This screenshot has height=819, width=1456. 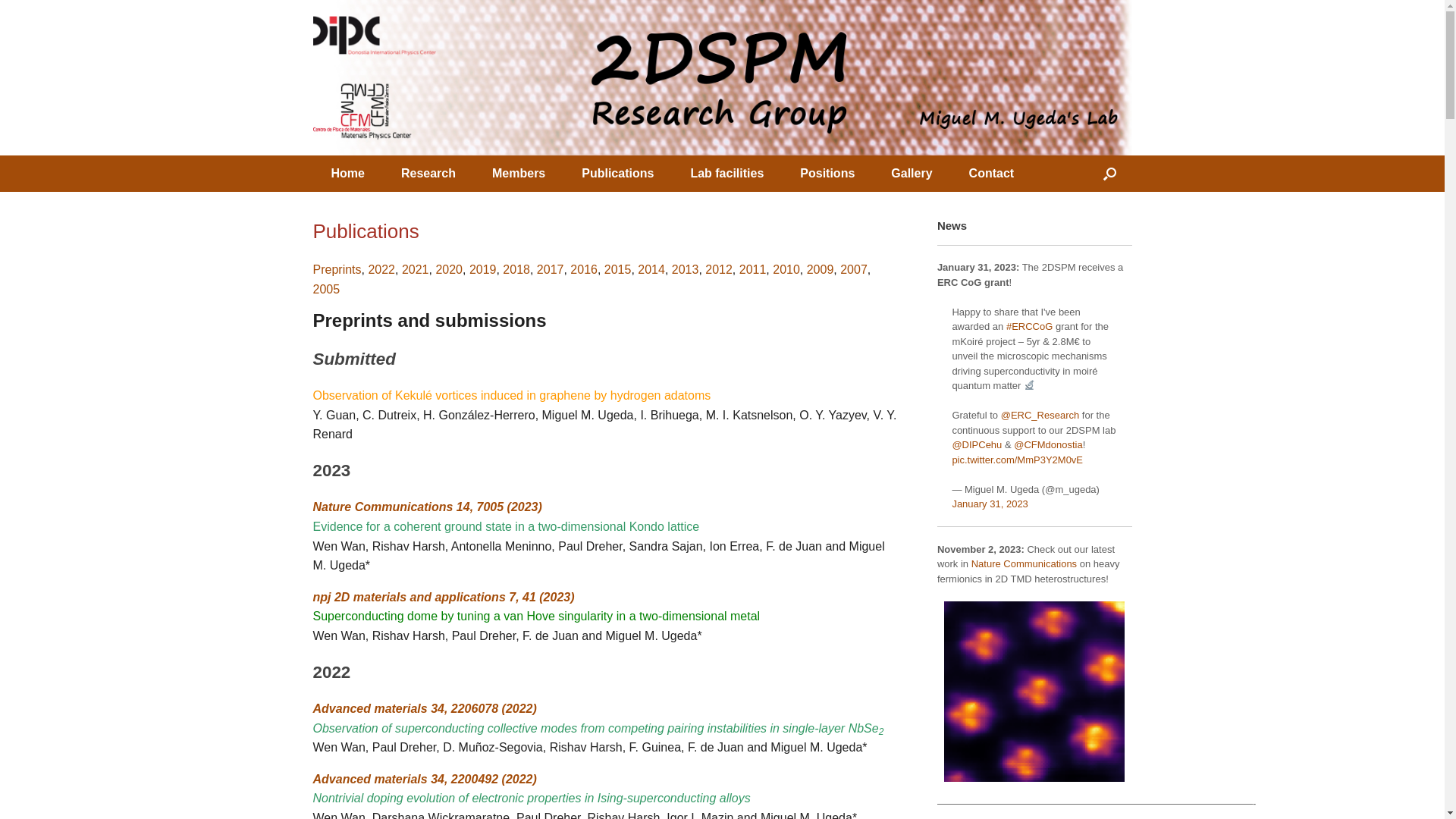 I want to click on 'Lab facilities', so click(x=726, y=172).